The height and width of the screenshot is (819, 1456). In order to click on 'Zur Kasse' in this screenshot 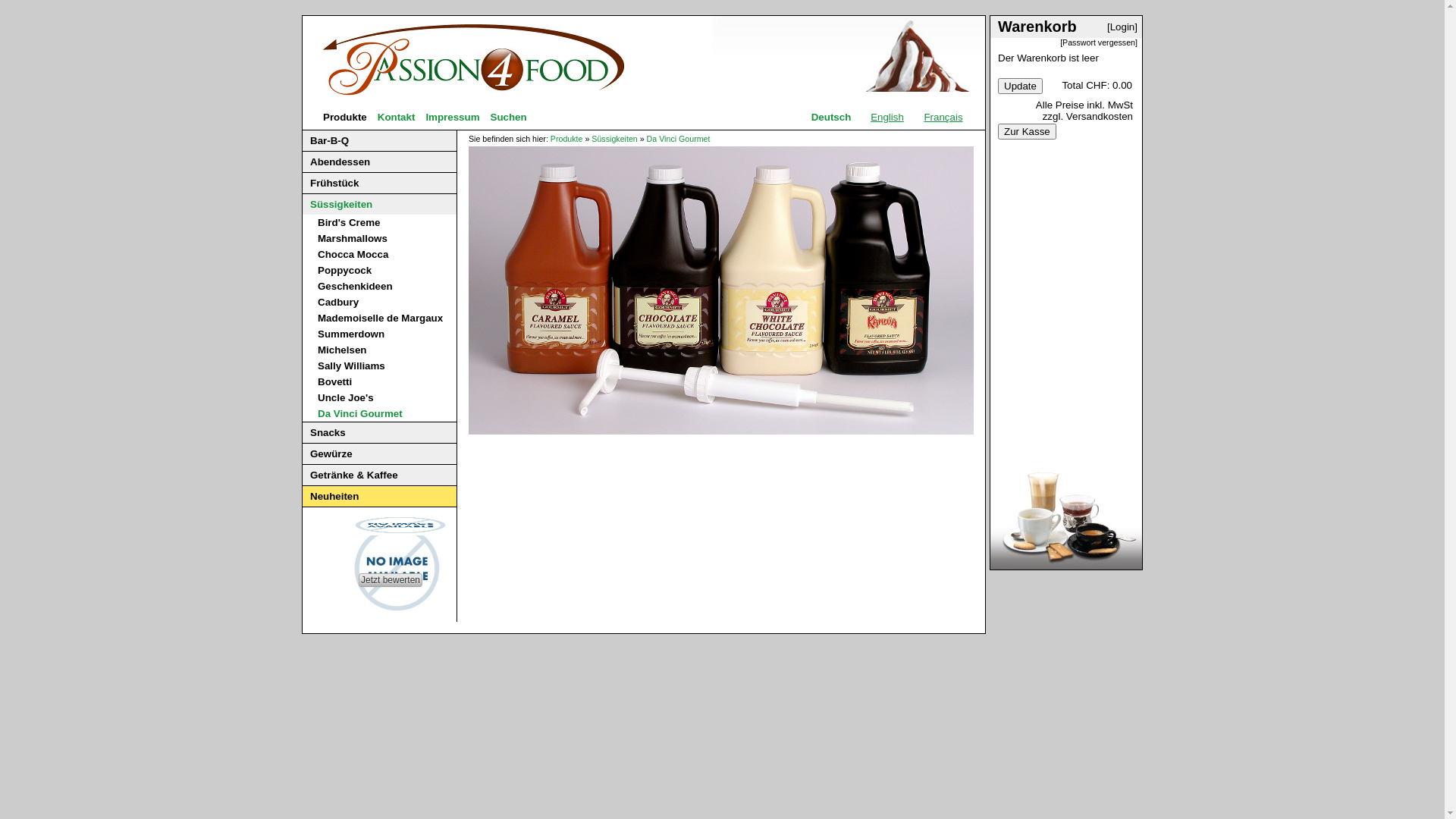, I will do `click(997, 130)`.